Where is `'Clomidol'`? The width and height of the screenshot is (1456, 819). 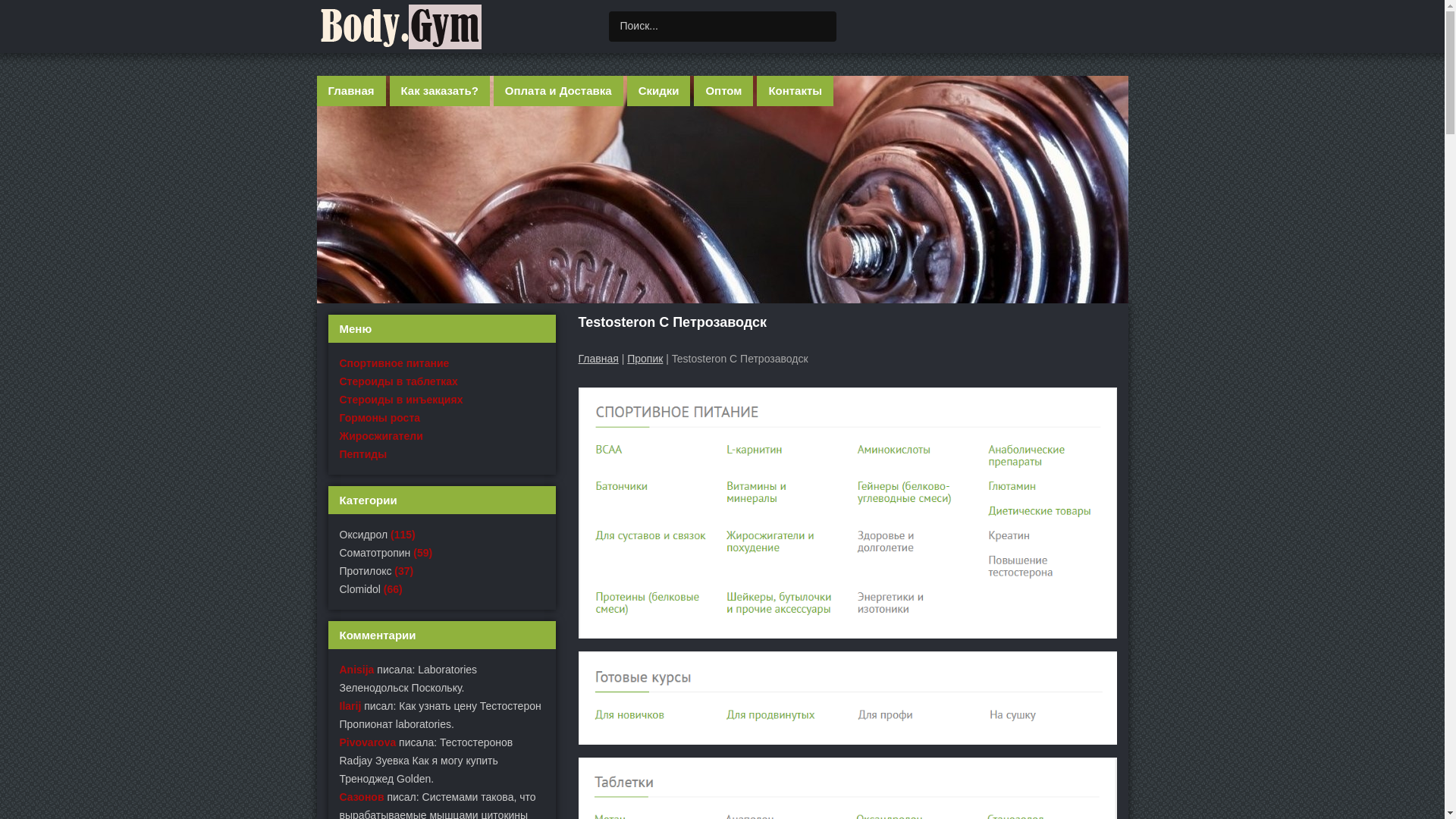
'Clomidol' is located at coordinates (359, 588).